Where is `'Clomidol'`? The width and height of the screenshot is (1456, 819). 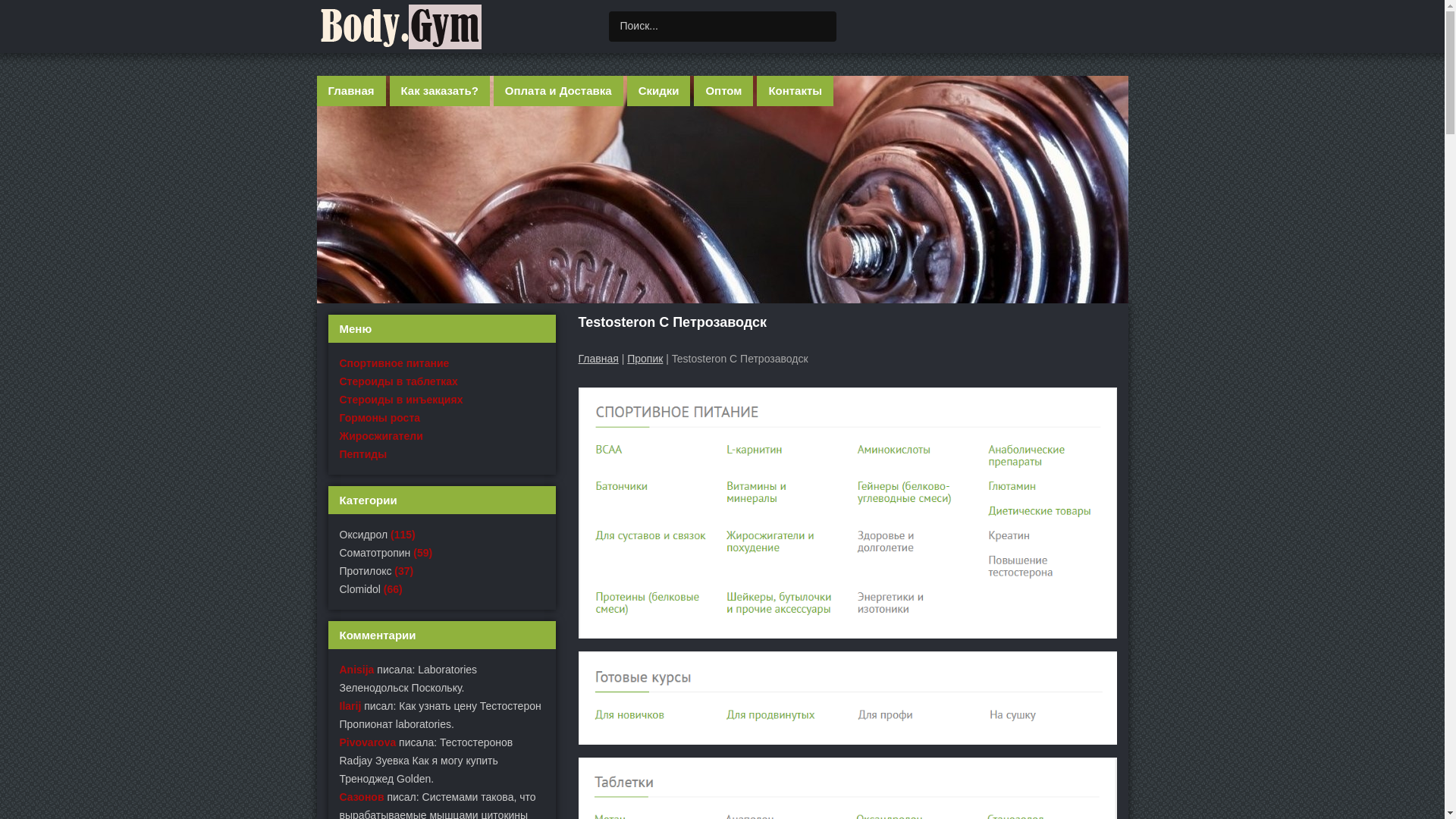
'Clomidol' is located at coordinates (359, 588).